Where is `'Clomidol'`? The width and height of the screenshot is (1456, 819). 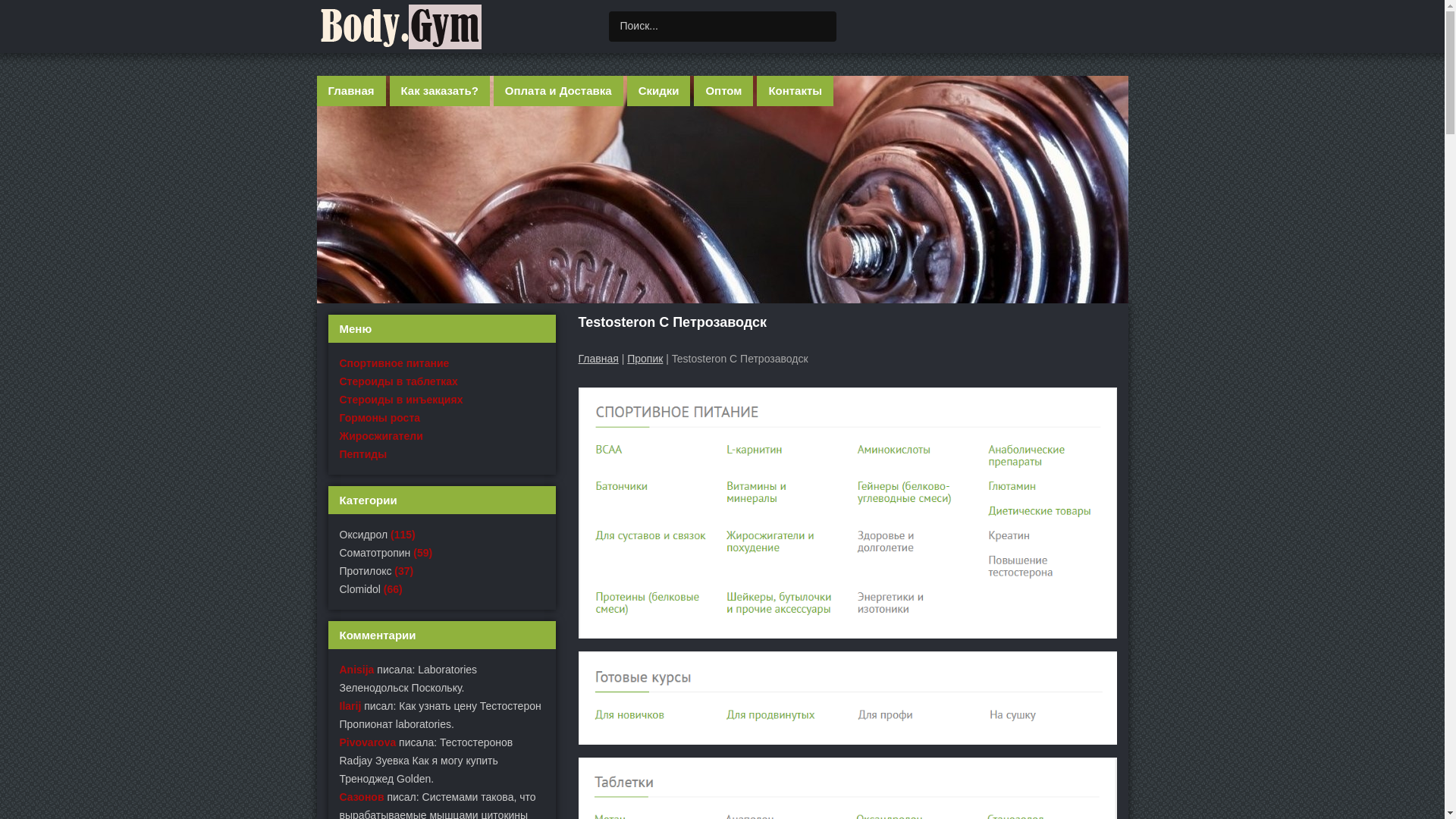
'Clomidol' is located at coordinates (359, 588).